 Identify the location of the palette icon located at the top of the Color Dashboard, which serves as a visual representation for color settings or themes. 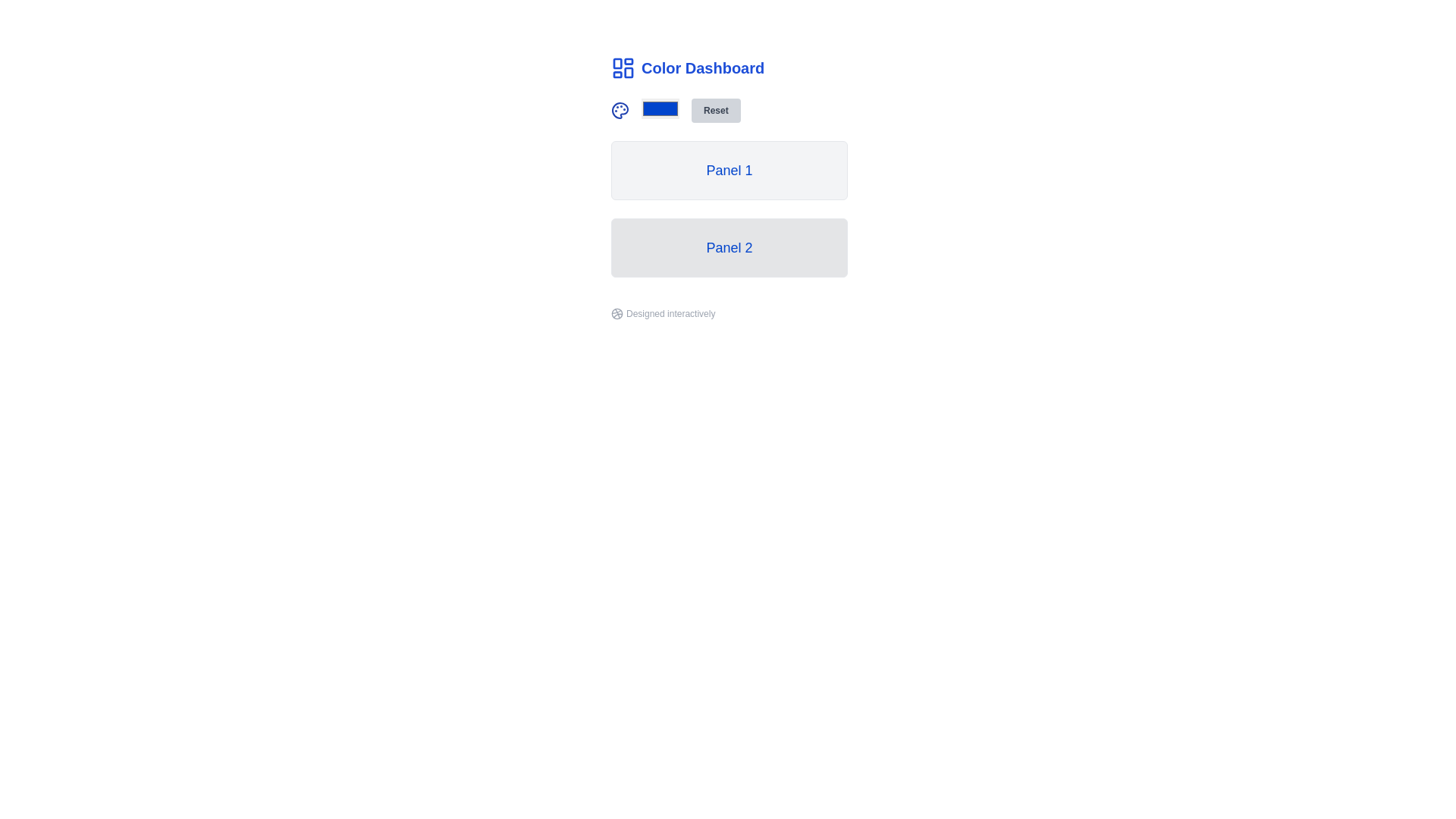
(620, 110).